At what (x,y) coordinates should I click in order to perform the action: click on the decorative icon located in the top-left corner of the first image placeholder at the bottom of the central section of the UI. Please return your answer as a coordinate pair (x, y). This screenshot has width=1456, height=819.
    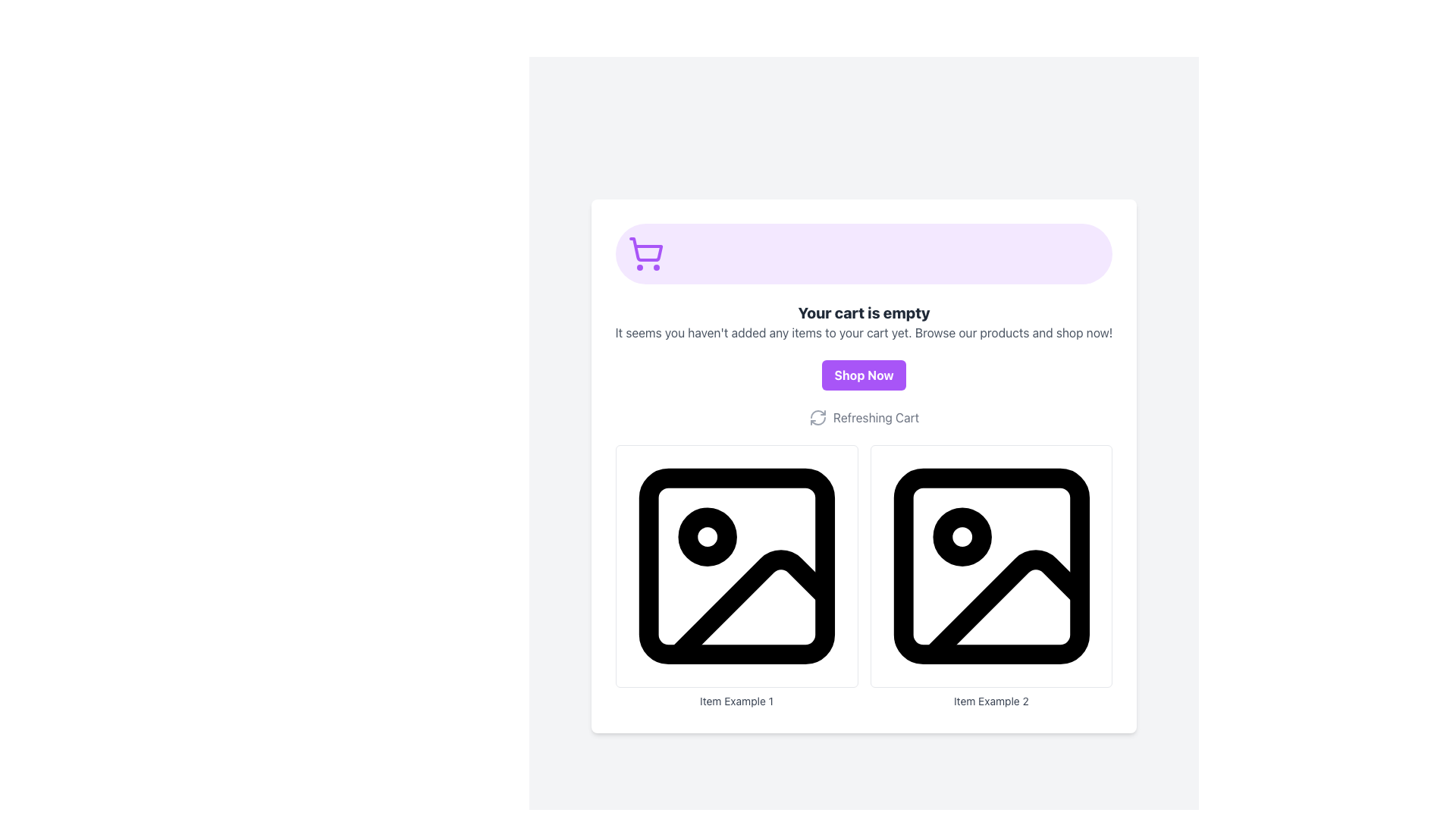
    Looking at the image, I should click on (706, 536).